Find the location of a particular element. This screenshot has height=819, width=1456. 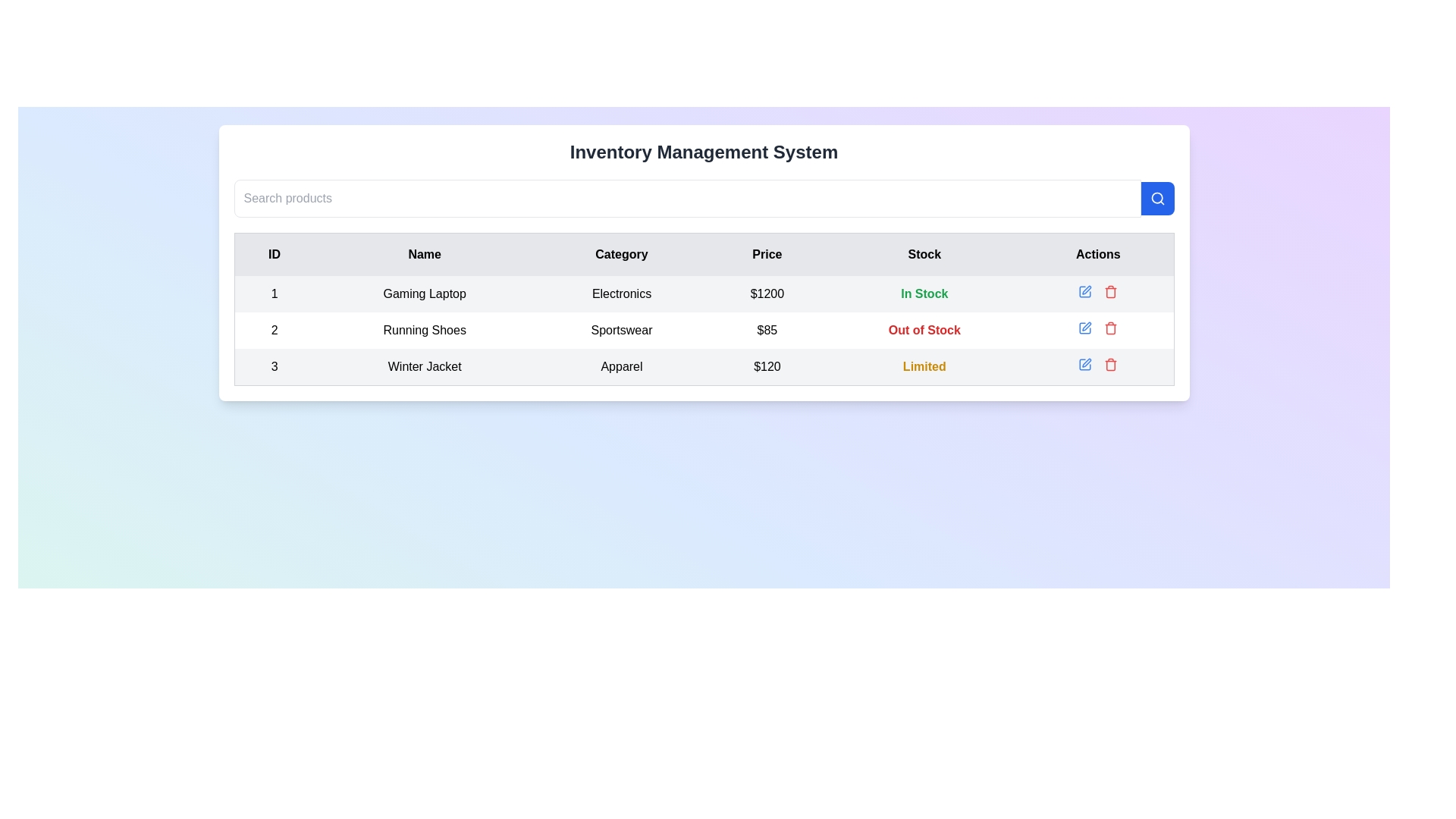

the interactive button in the 'Actions' column of the second row in the table to initiate the edit function is located at coordinates (1084, 327).